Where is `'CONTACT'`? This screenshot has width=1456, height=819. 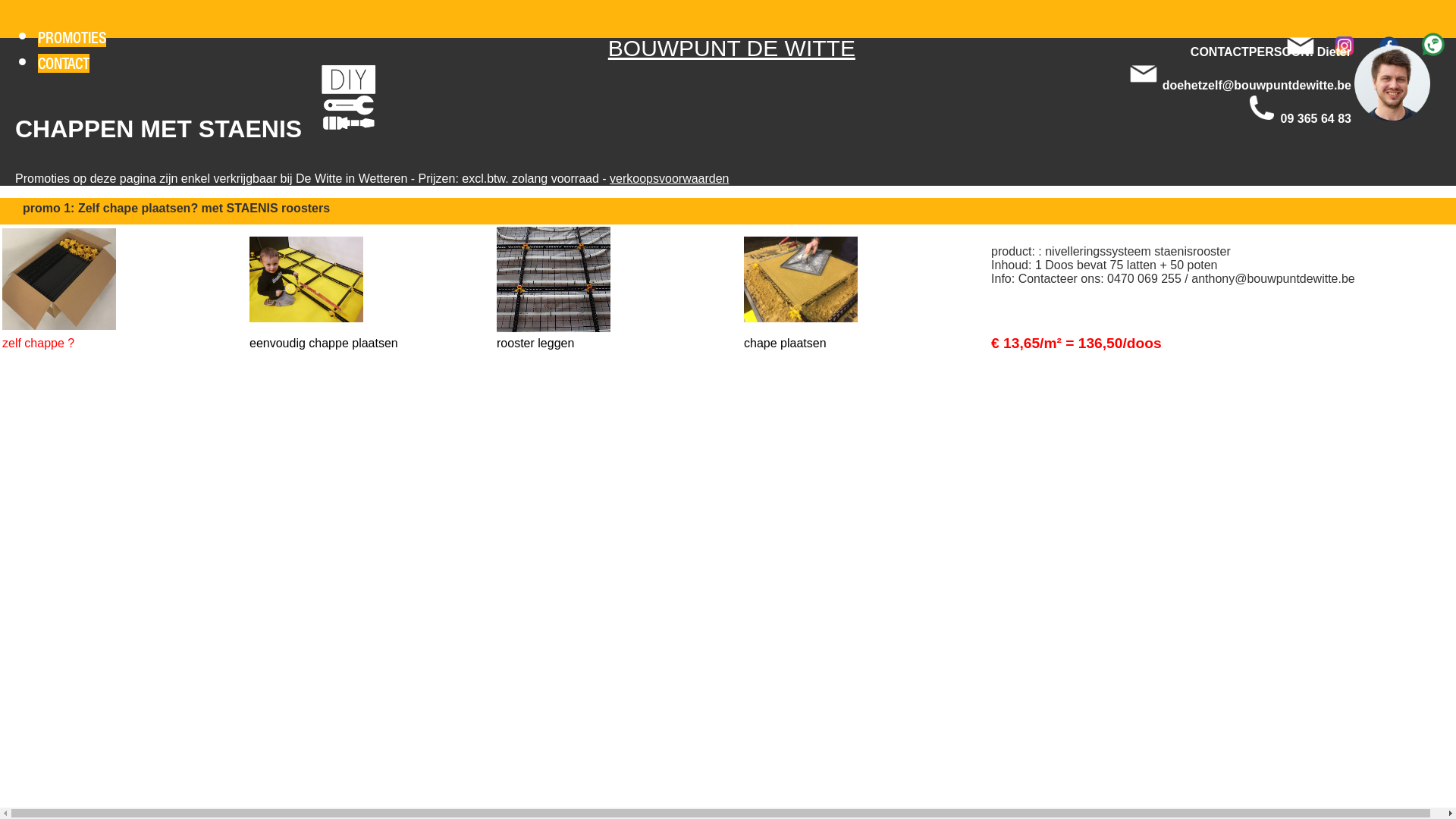 'CONTACT' is located at coordinates (62, 62).